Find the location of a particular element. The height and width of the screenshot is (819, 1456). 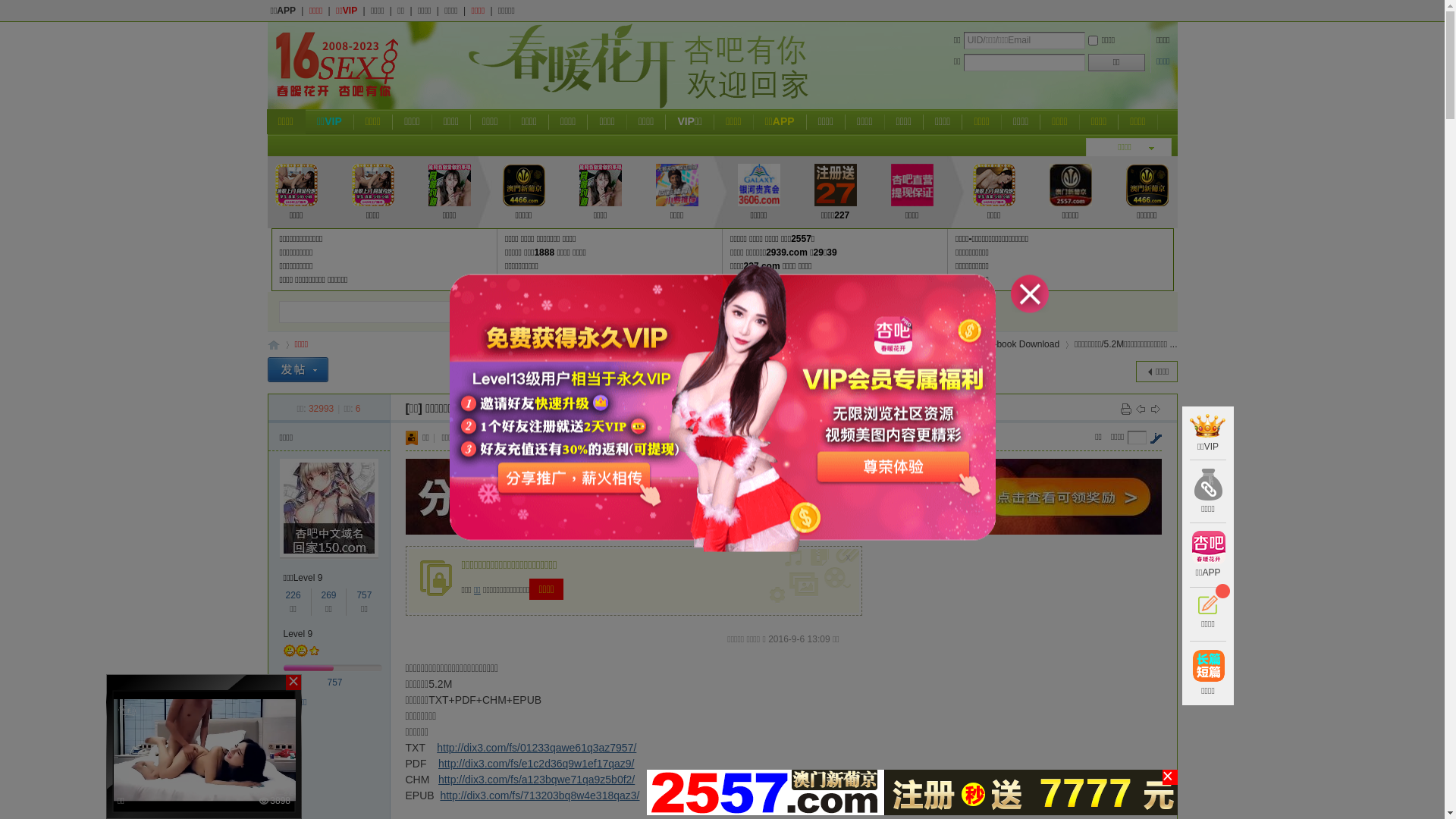

'http://dix3.com/fs/713203bq8w4e318qaz3/' is located at coordinates (539, 794).